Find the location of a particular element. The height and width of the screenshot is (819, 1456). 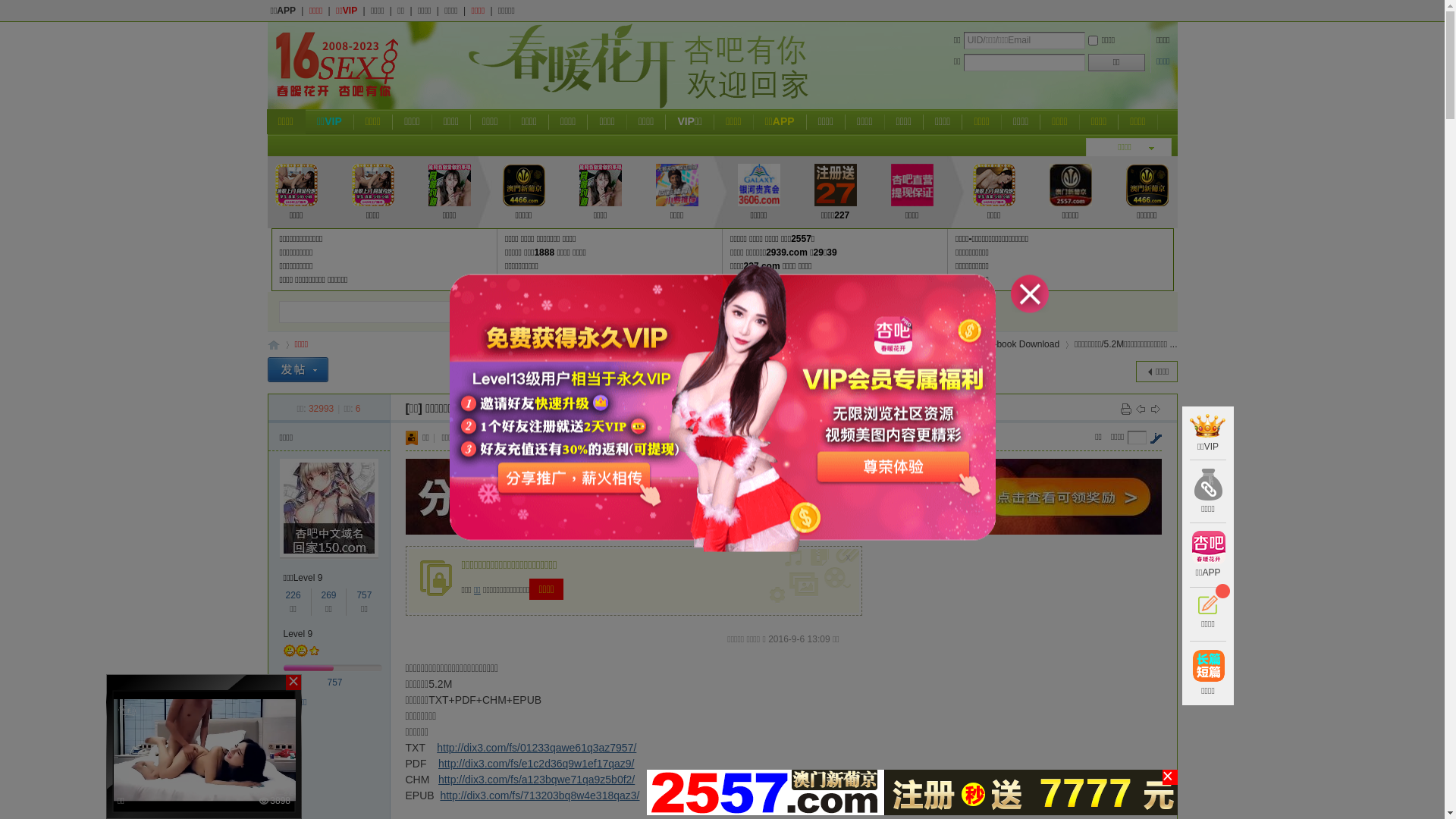

'http://dix3.com/fs/713203bq8w4e318qaz3/' is located at coordinates (539, 794).